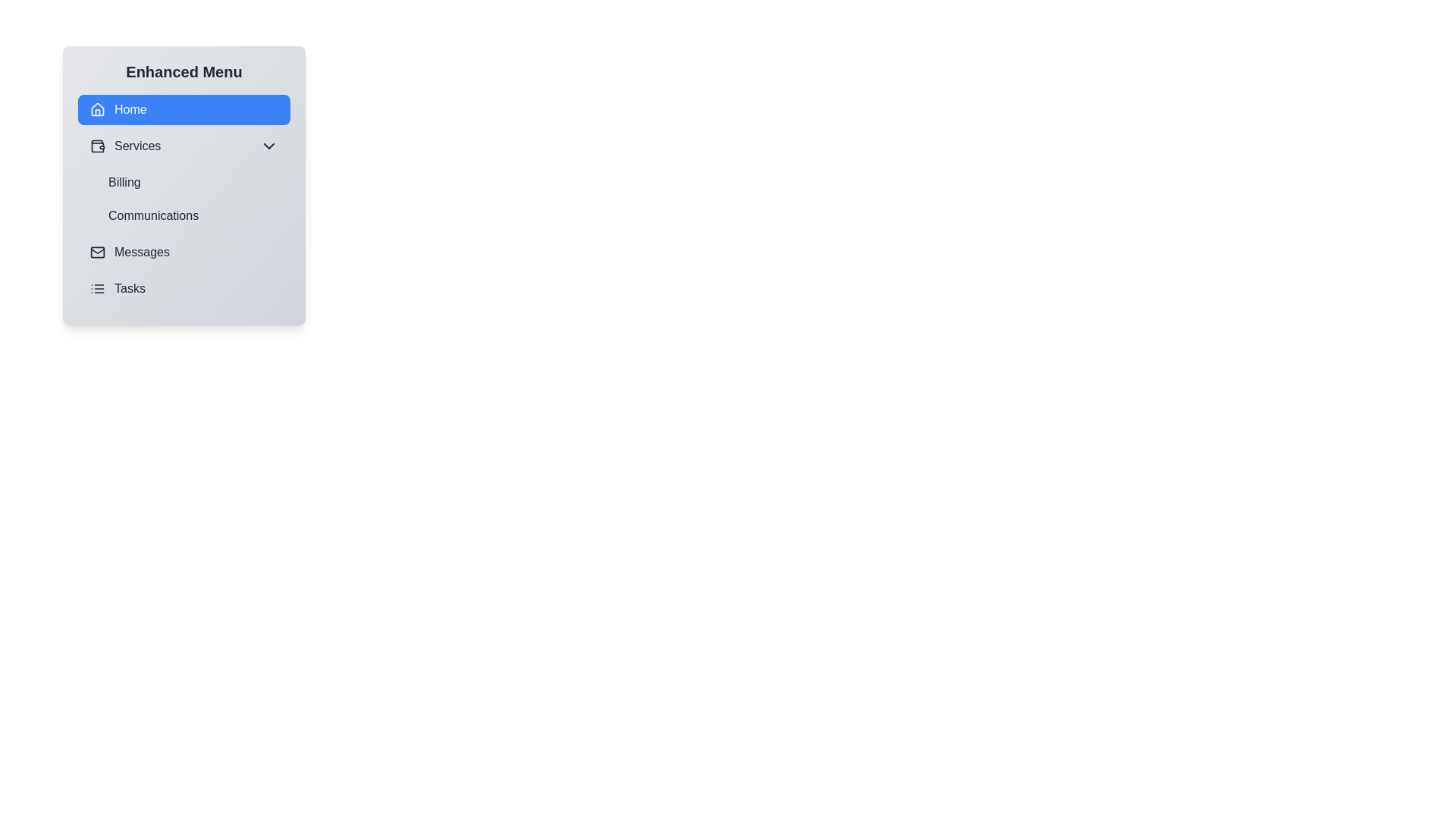 This screenshot has height=819, width=1456. Describe the element at coordinates (125, 146) in the screenshot. I see `the 'Services' text label in the menu, which is the second entry below 'Home'` at that location.